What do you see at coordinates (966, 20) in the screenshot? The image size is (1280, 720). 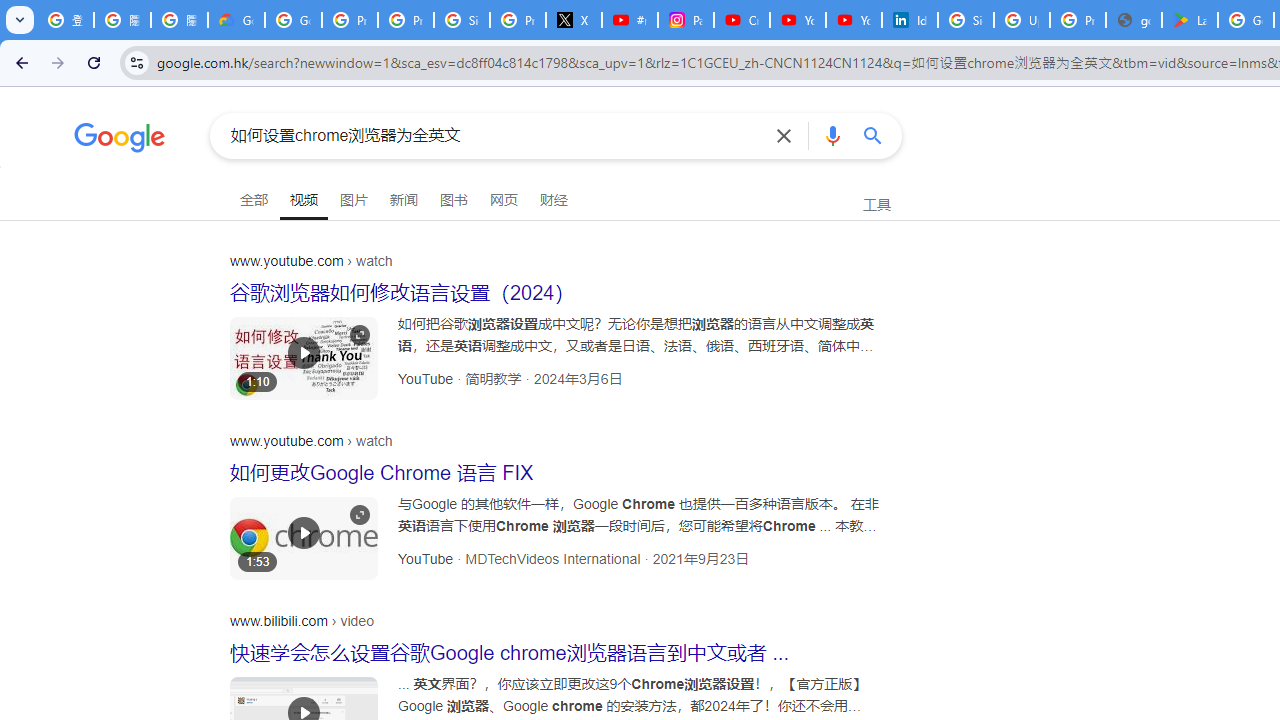 I see `'Sign in - Google Accounts'` at bounding box center [966, 20].